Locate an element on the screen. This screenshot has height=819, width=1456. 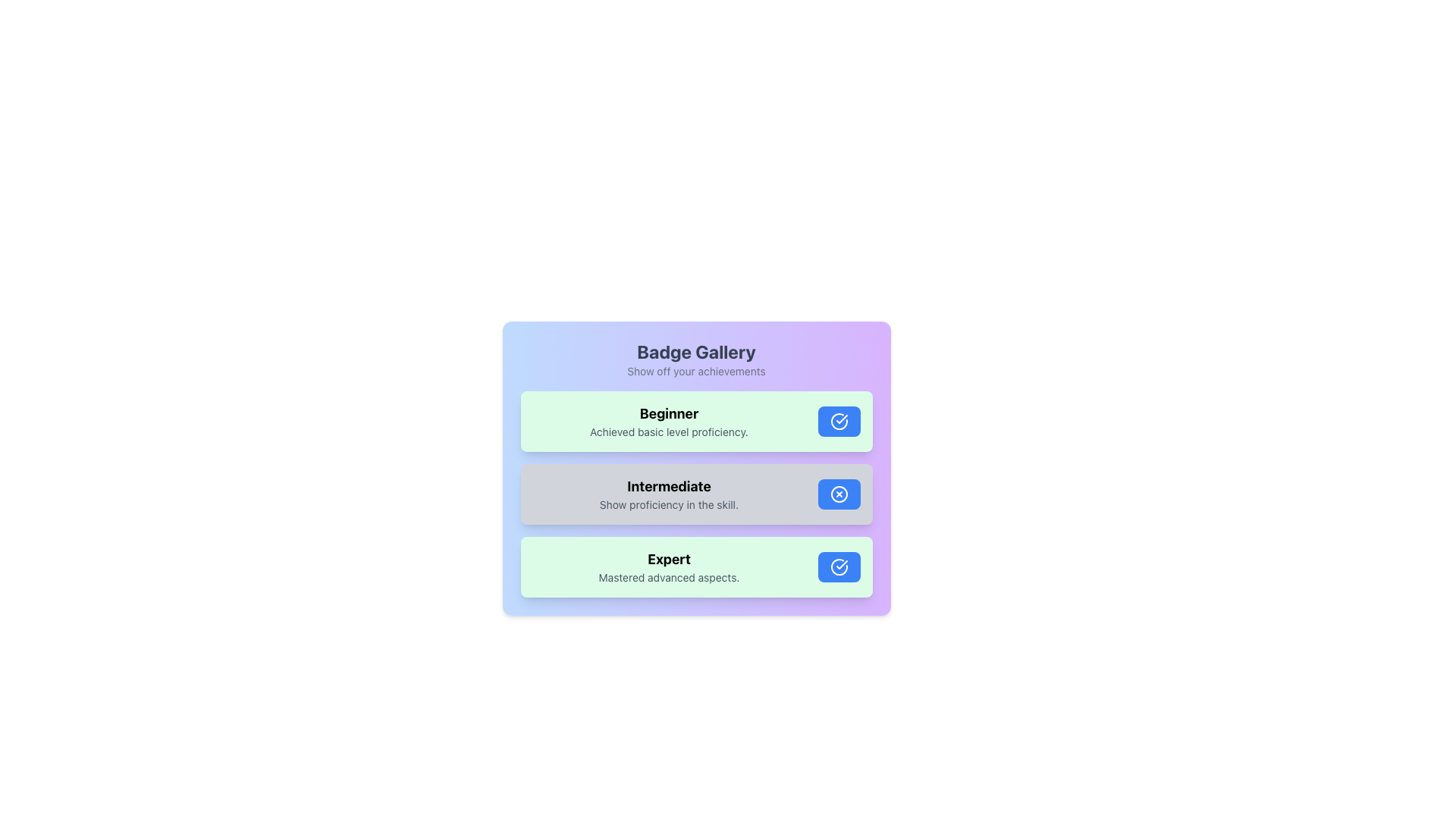
the Intermediate skill level card, which is the central card in a vertical stack of three, positioned between the Beginner and Expert cards is located at coordinates (695, 494).